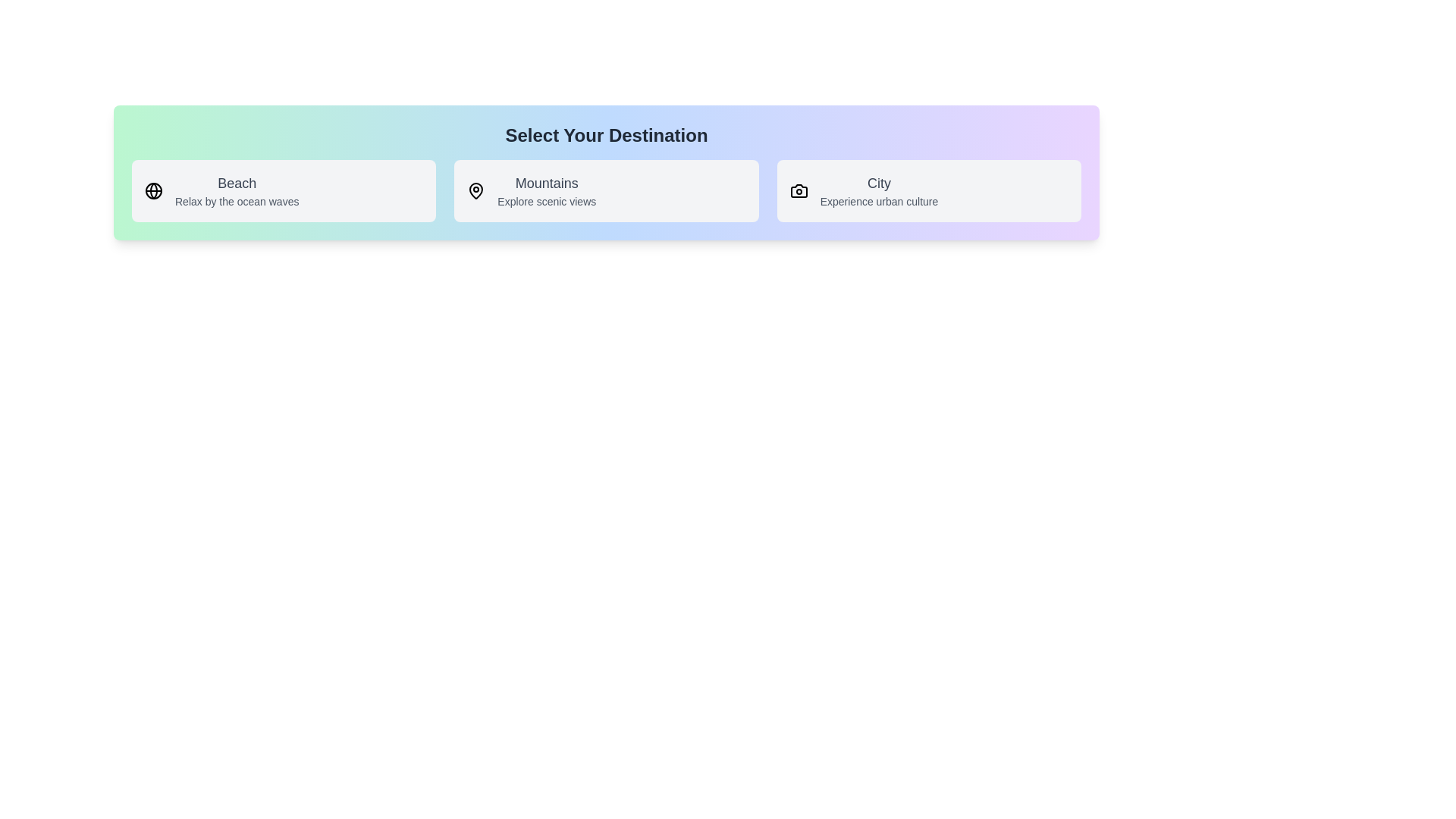  I want to click on the text label displaying 'Relax by the ocean waves', located below the 'Beach' title within the 'Beach' card, so click(236, 201).